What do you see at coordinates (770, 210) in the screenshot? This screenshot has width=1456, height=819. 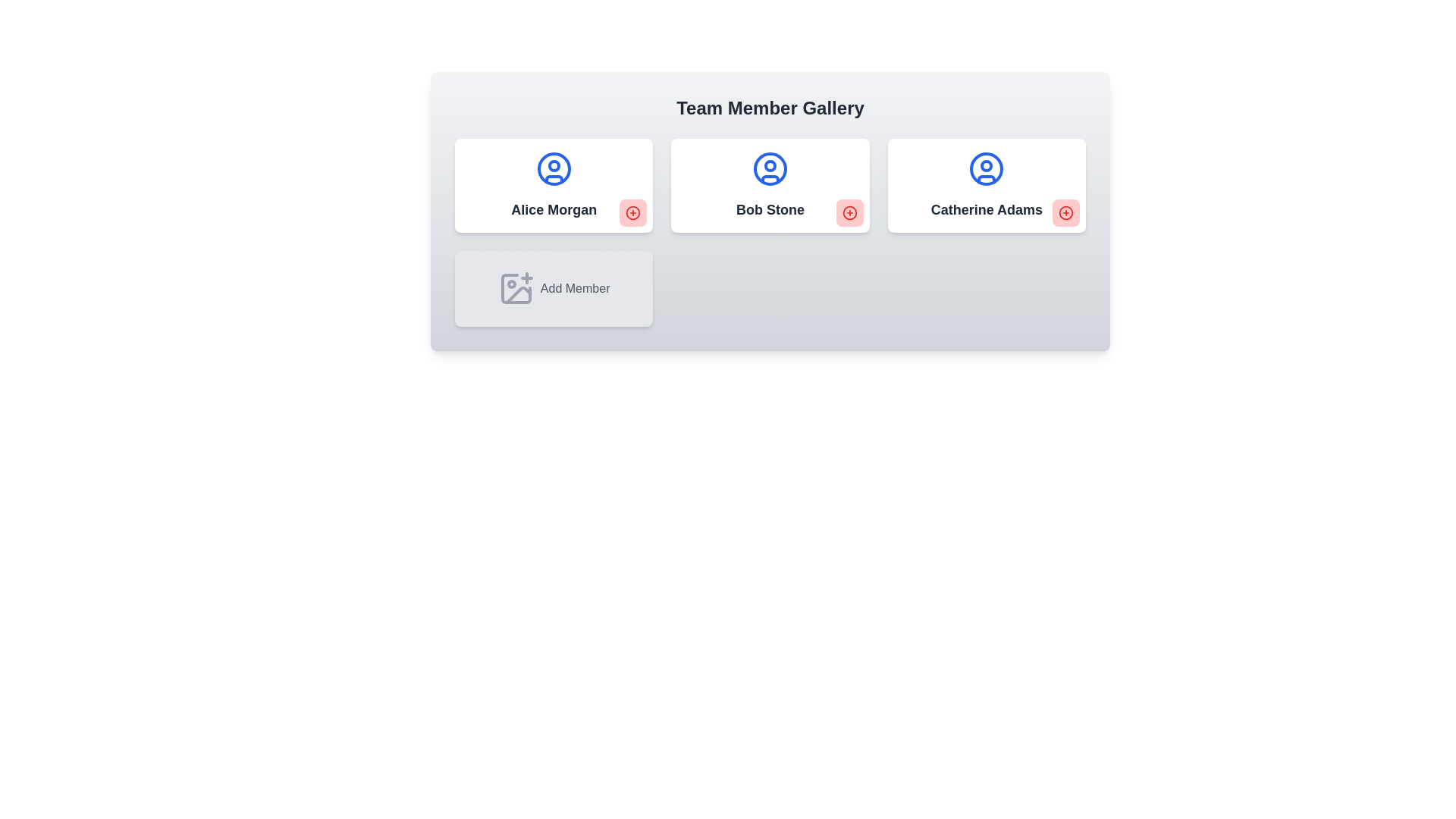 I see `the text label identifying the name of the team member, which is located in the center card of a horizontally-aligned row of three cards, positioned below the round user icon and above the action button` at bounding box center [770, 210].